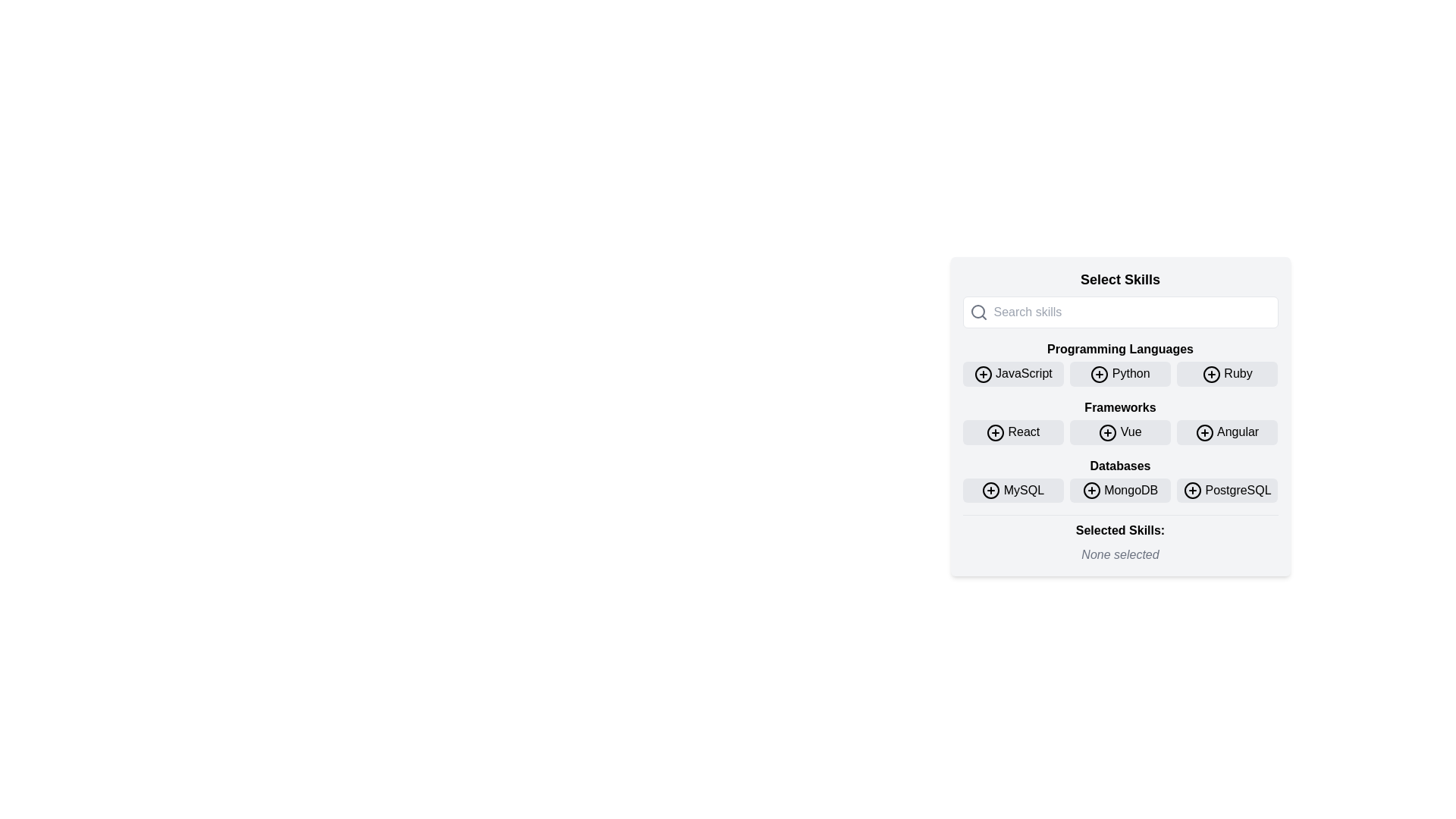 This screenshot has height=819, width=1456. I want to click on the circular '+' icon button in the 'Angular' section of the 'Select Skills' interface, so click(1204, 432).